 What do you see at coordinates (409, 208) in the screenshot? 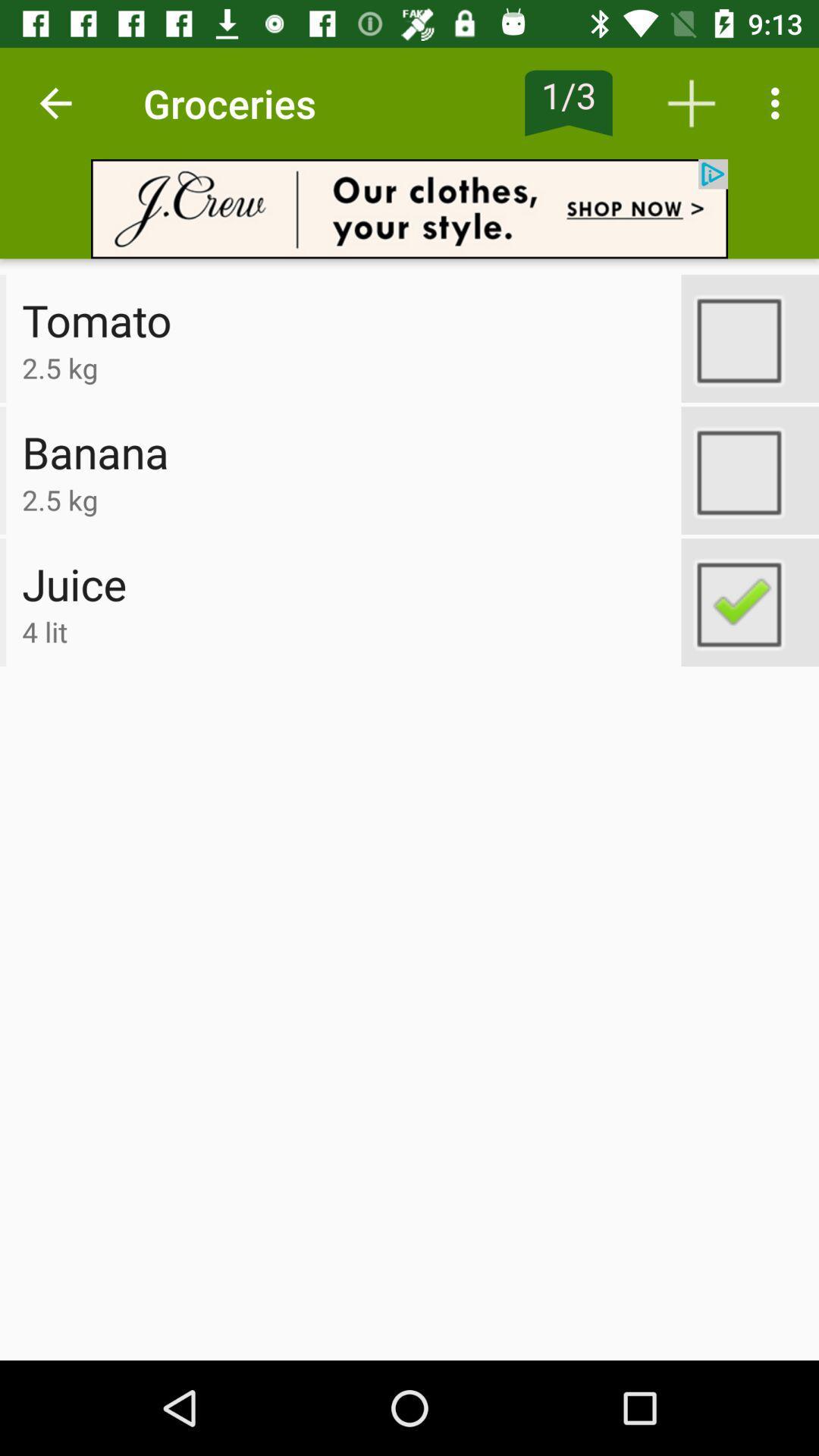
I see `open advertisement` at bounding box center [409, 208].